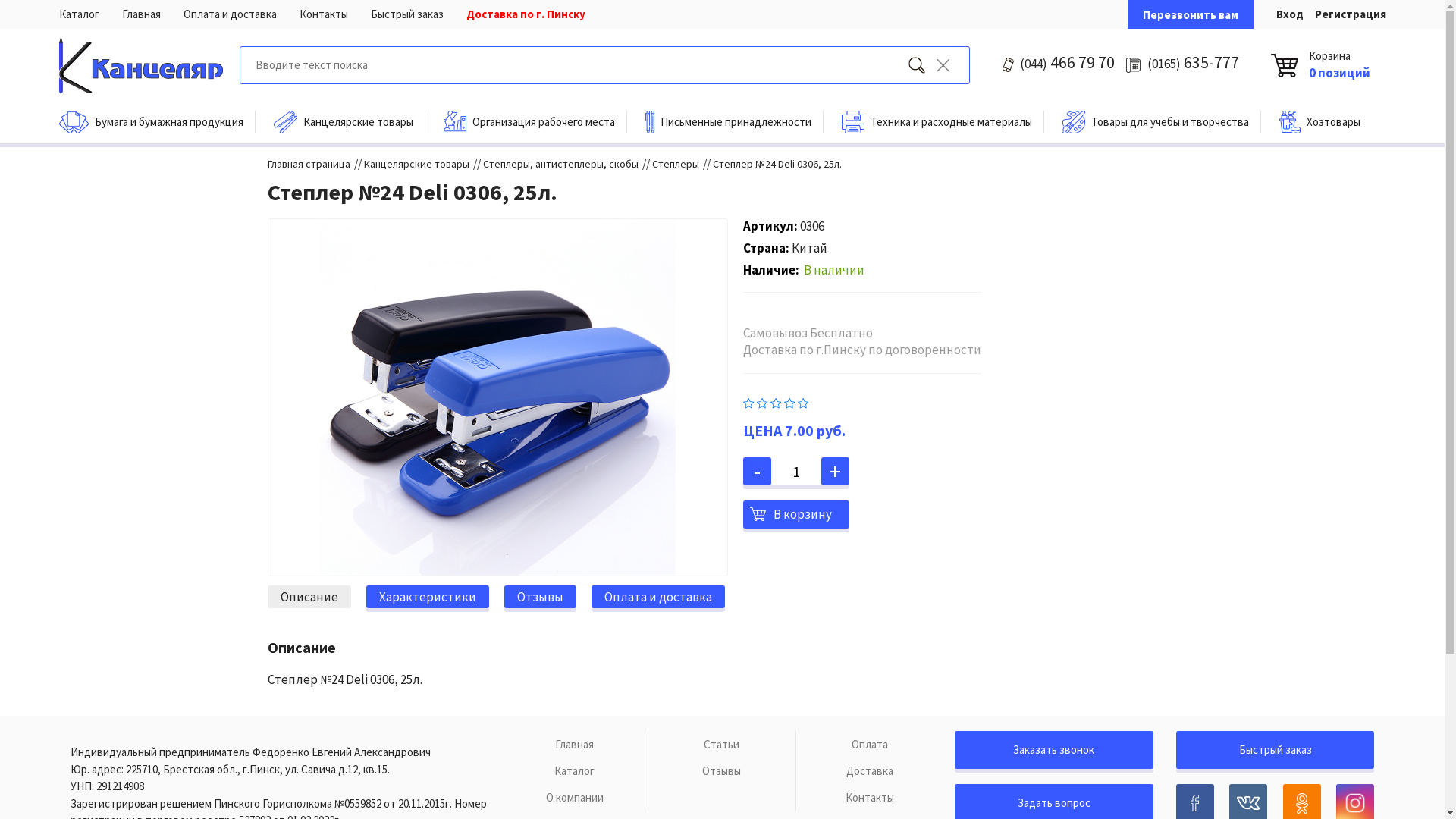  What do you see at coordinates (1066, 61) in the screenshot?
I see `'(044) 466 79 70'` at bounding box center [1066, 61].